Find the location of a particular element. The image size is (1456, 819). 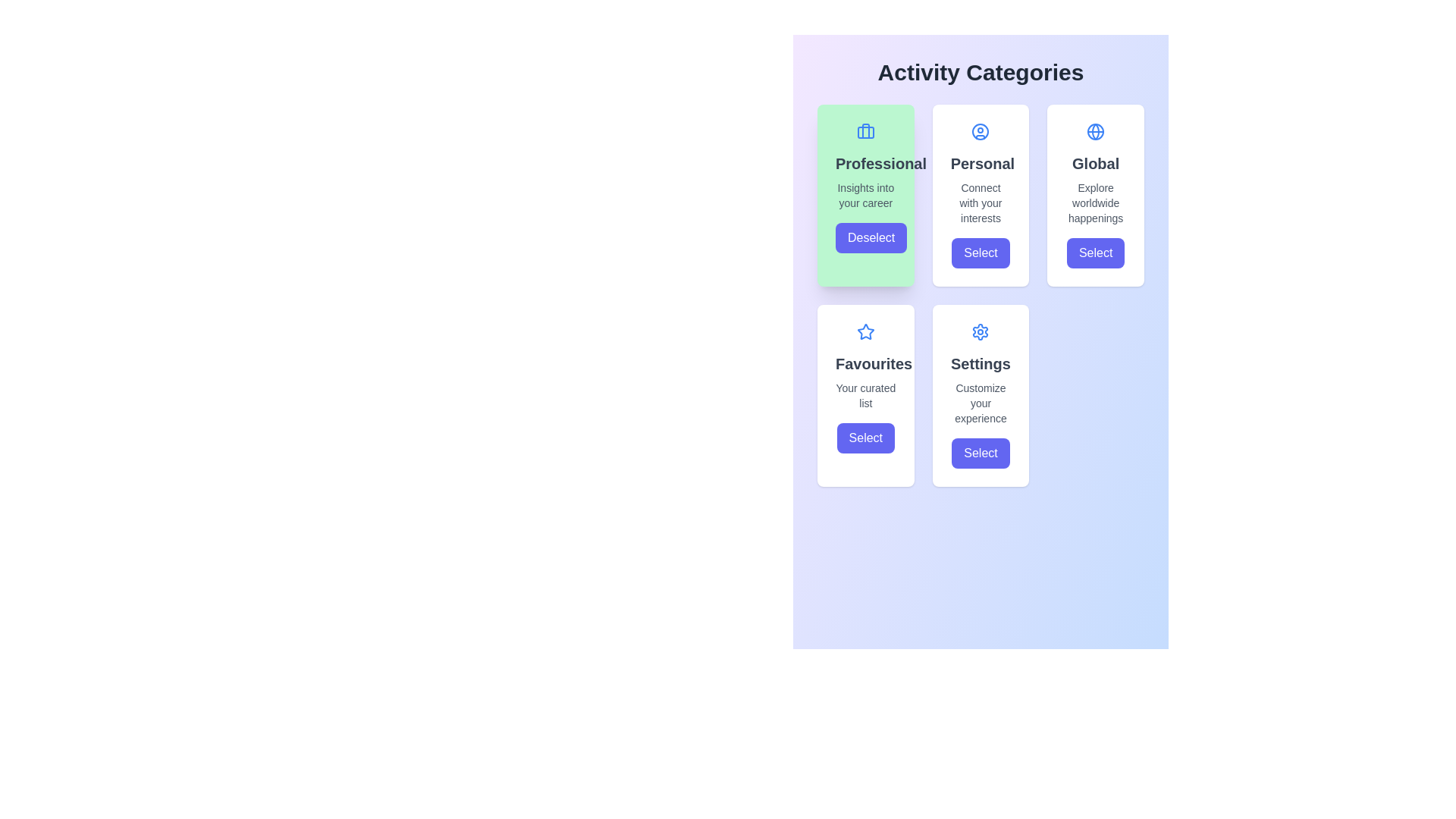

the 'Deselect' button with a deep indigo background located in the 'Professional' card, positioned below 'Insights into your career' in the 'Activity Categories' section is located at coordinates (871, 237).